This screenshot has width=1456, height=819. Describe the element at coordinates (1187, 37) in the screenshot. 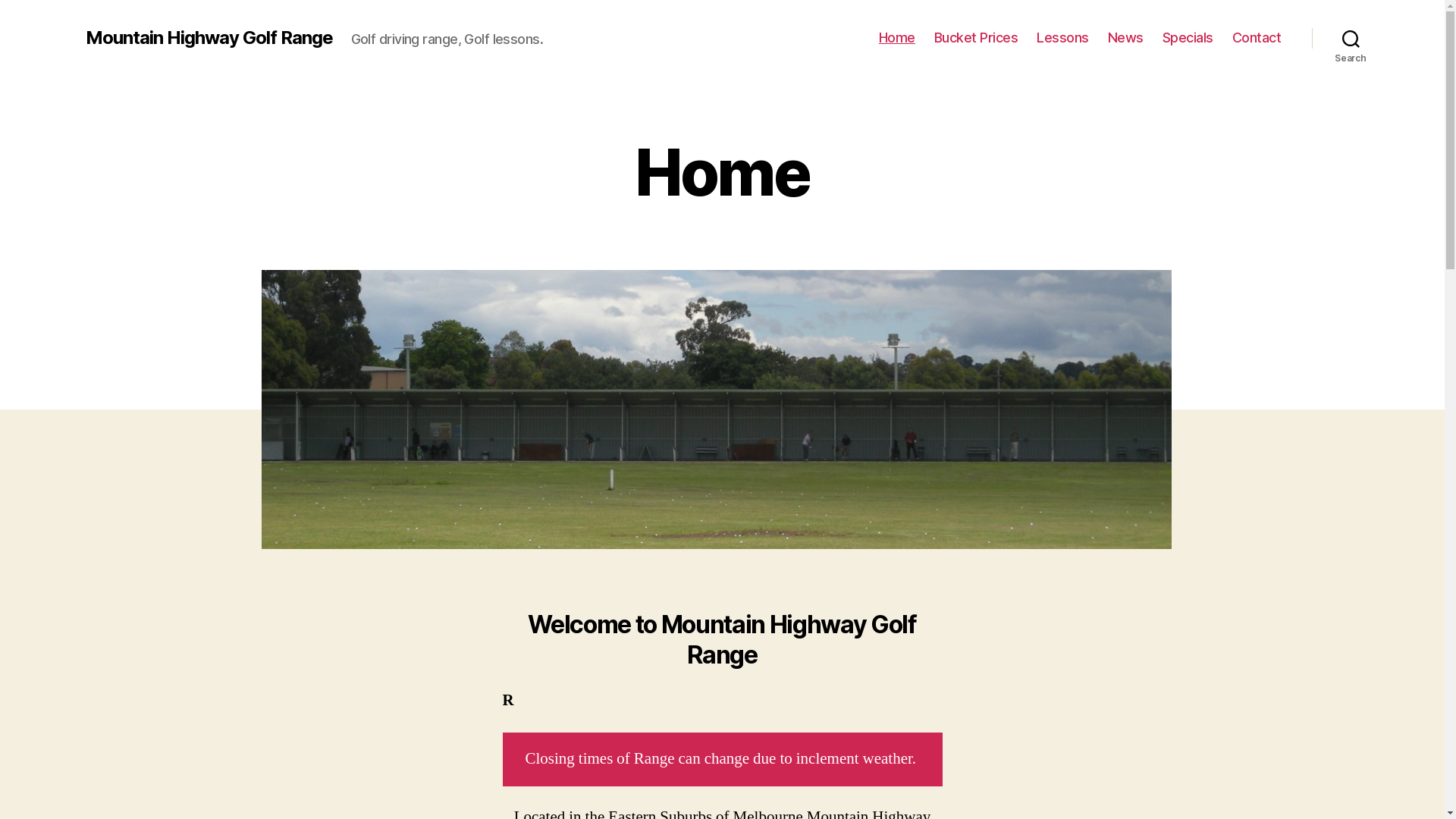

I see `'Specials'` at that location.